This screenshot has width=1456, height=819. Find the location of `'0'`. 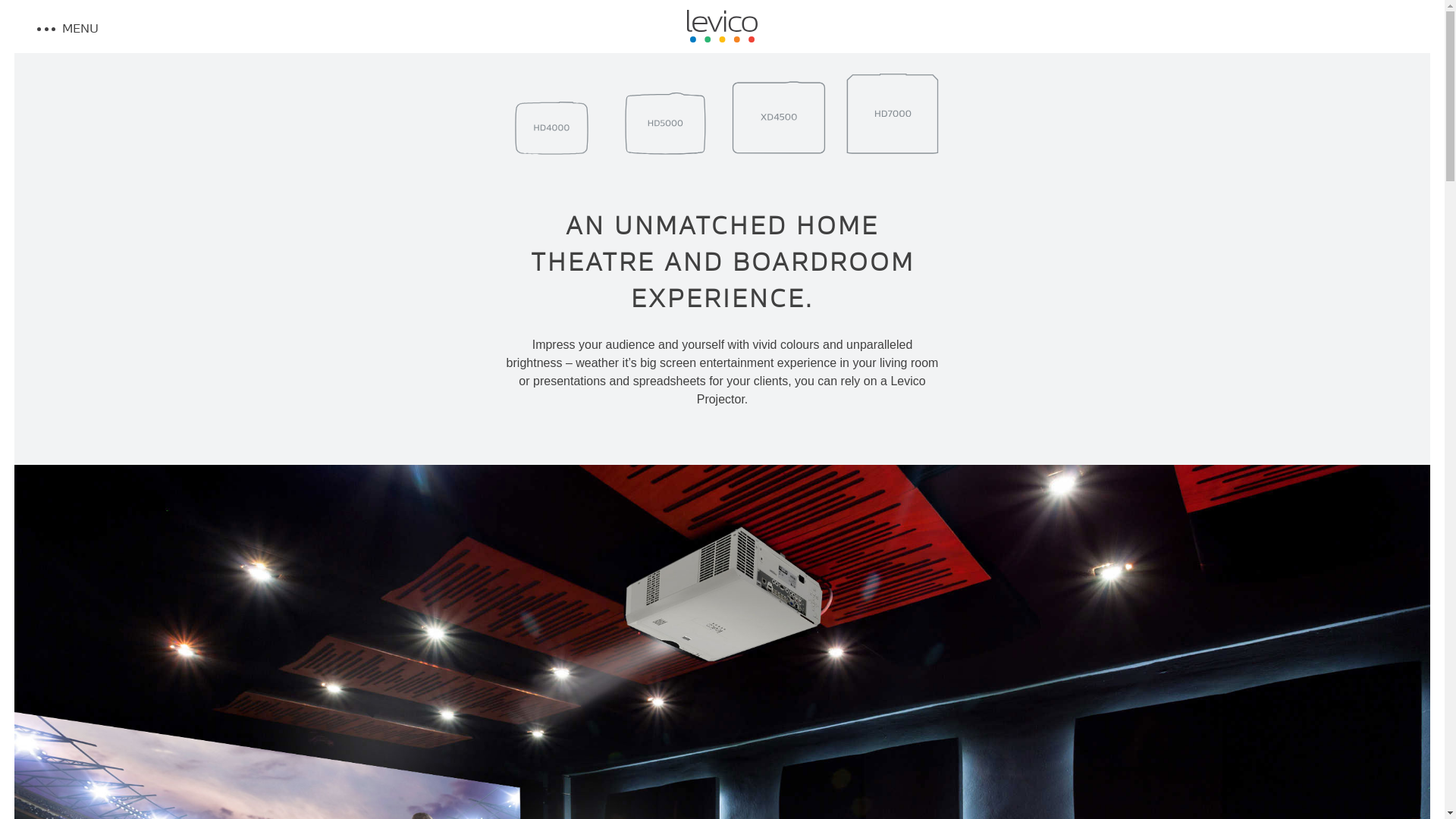

'0' is located at coordinates (665, 118).